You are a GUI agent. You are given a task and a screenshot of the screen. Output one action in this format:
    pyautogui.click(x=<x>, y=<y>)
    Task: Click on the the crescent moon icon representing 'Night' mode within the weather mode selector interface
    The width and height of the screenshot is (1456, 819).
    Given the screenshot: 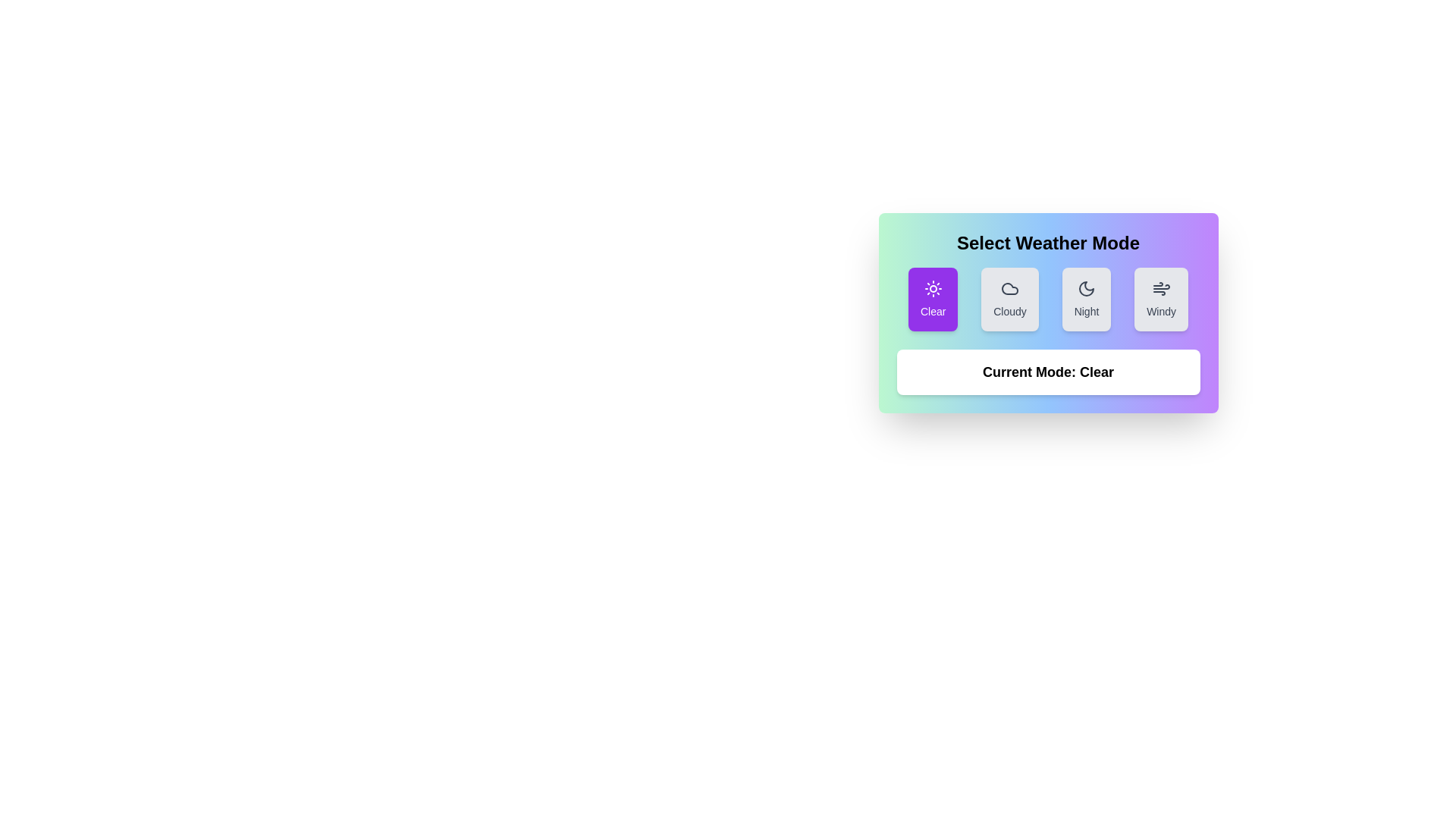 What is the action you would take?
    pyautogui.click(x=1085, y=289)
    